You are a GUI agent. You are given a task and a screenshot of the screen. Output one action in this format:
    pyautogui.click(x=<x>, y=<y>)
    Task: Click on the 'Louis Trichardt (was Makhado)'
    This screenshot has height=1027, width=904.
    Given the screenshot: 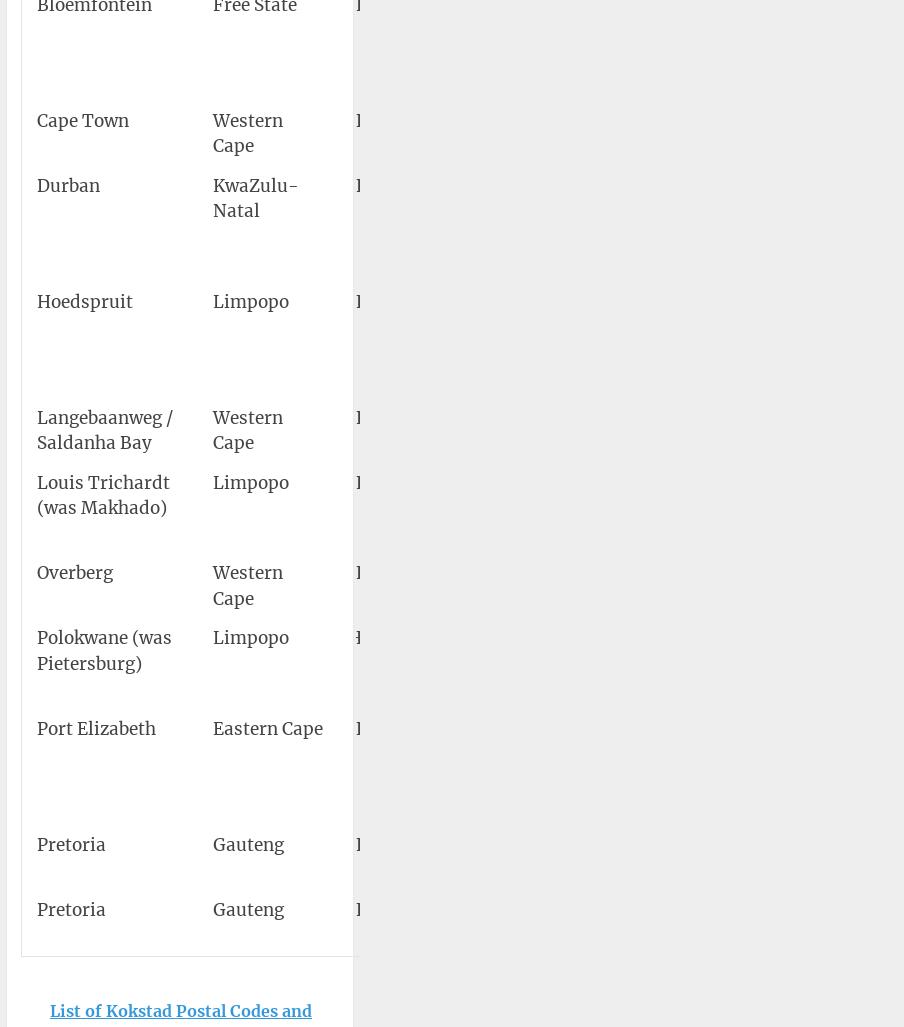 What is the action you would take?
    pyautogui.click(x=103, y=495)
    